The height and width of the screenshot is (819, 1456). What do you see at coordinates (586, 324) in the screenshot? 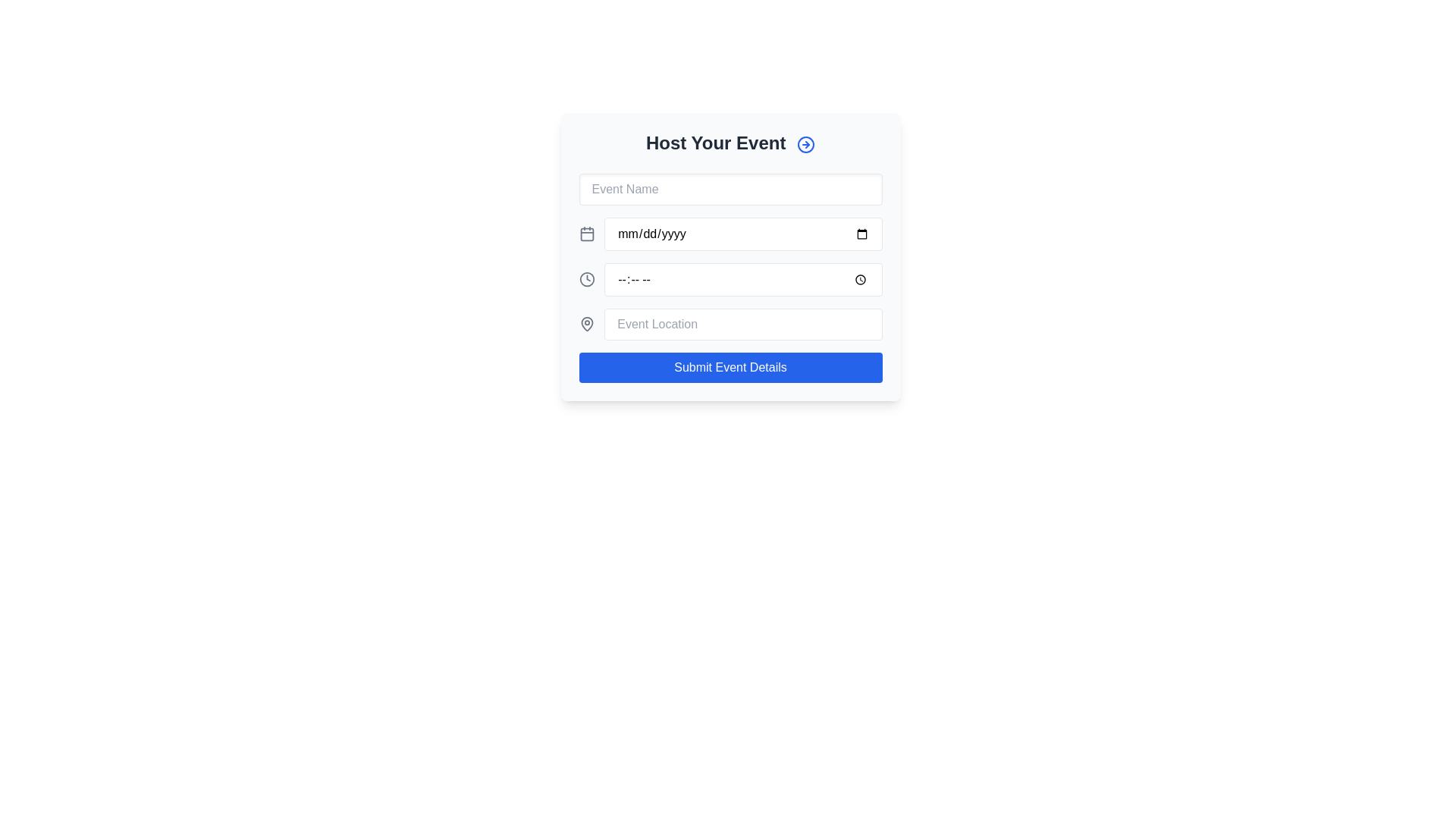
I see `the map location pin icon located on the left boundary of the 'Event Location' input field in the form interface` at bounding box center [586, 324].